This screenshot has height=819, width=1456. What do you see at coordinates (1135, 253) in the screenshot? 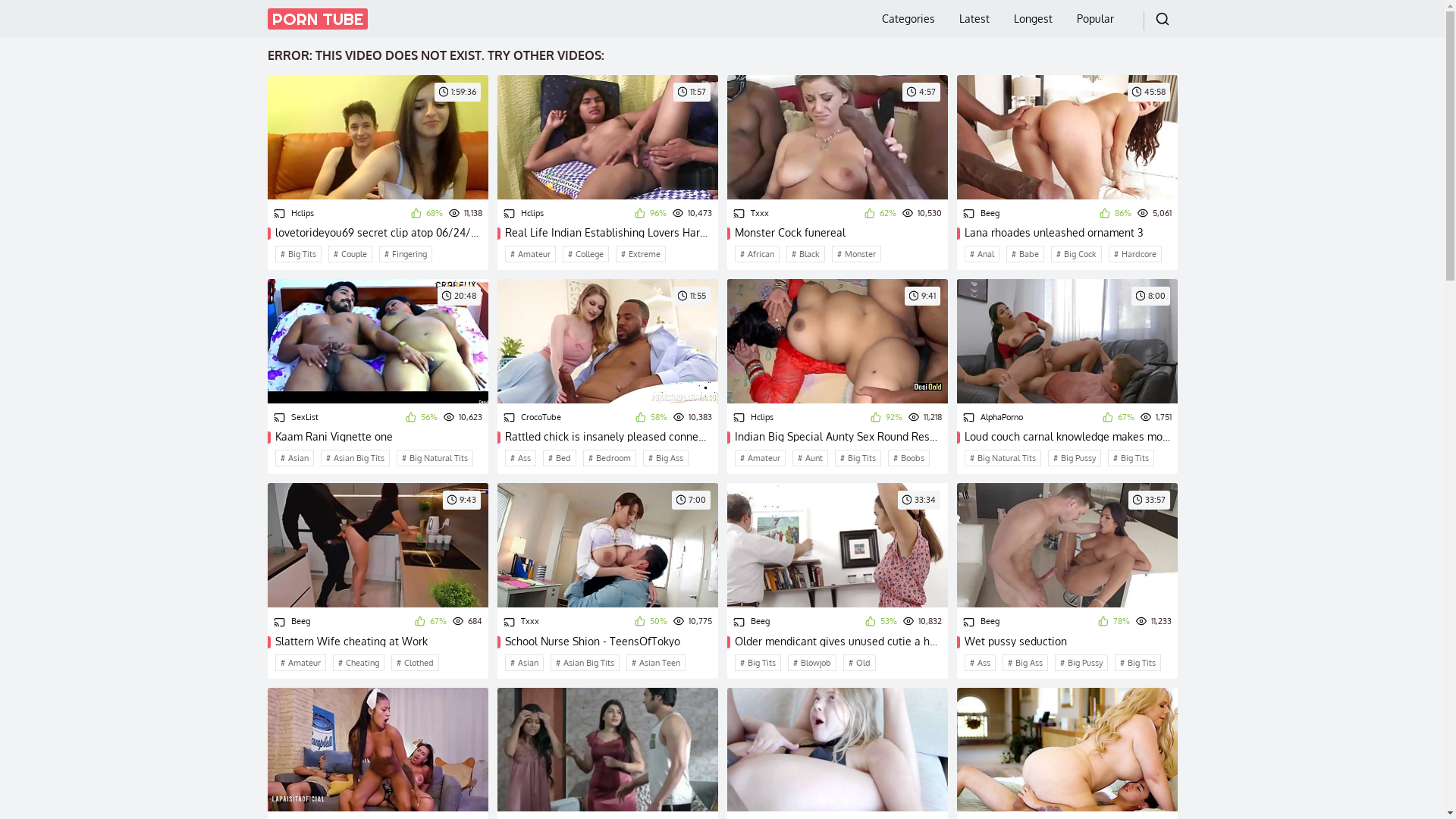
I see `'Hardcore'` at bounding box center [1135, 253].